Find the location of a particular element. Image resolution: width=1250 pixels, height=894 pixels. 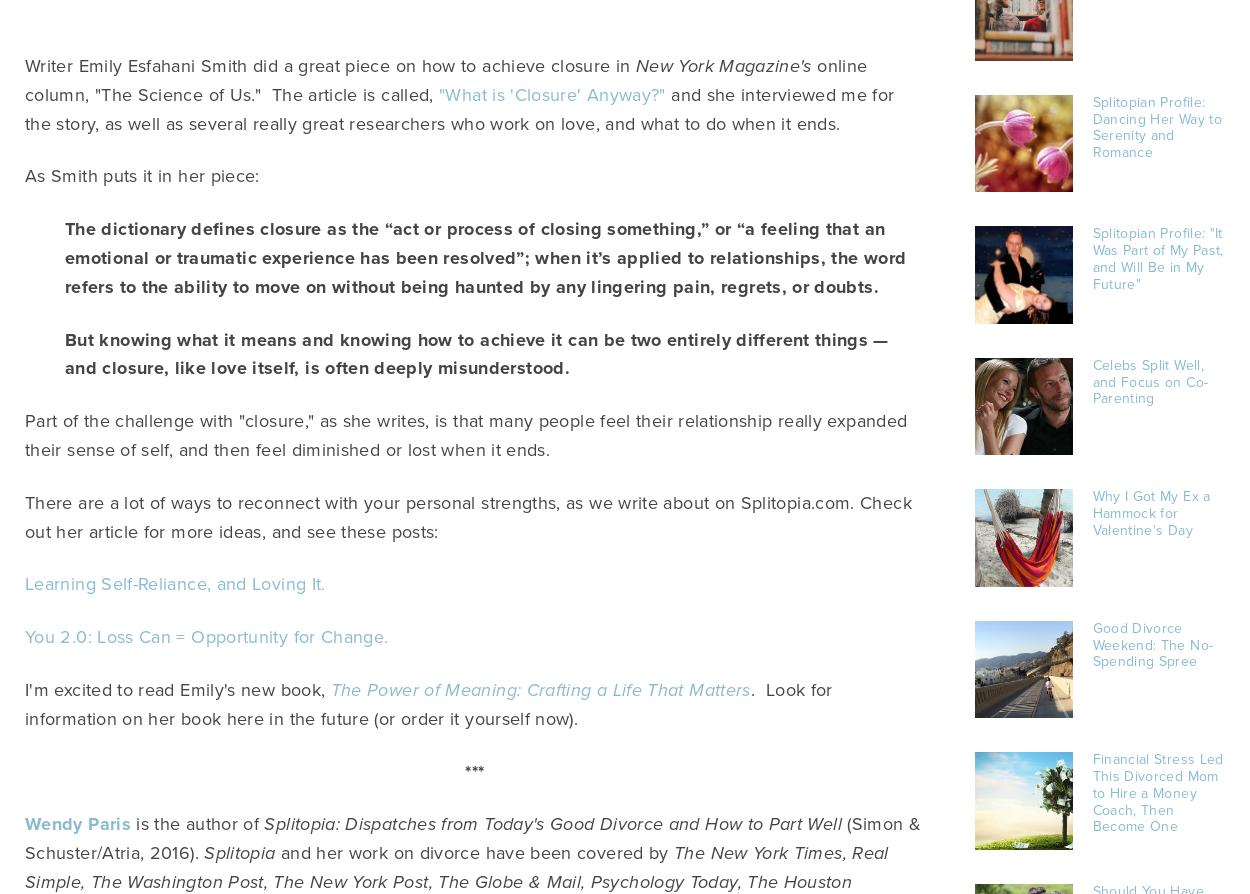

'The dictionary defines closure as the “act or process of closing something,” or “a feeling that an emotional or traumatic experience has been resolved”; when it’s applied to relationships, the word refers to the ability to move on without being haunted by any lingering pain, regrets, or doubts.' is located at coordinates (484, 256).